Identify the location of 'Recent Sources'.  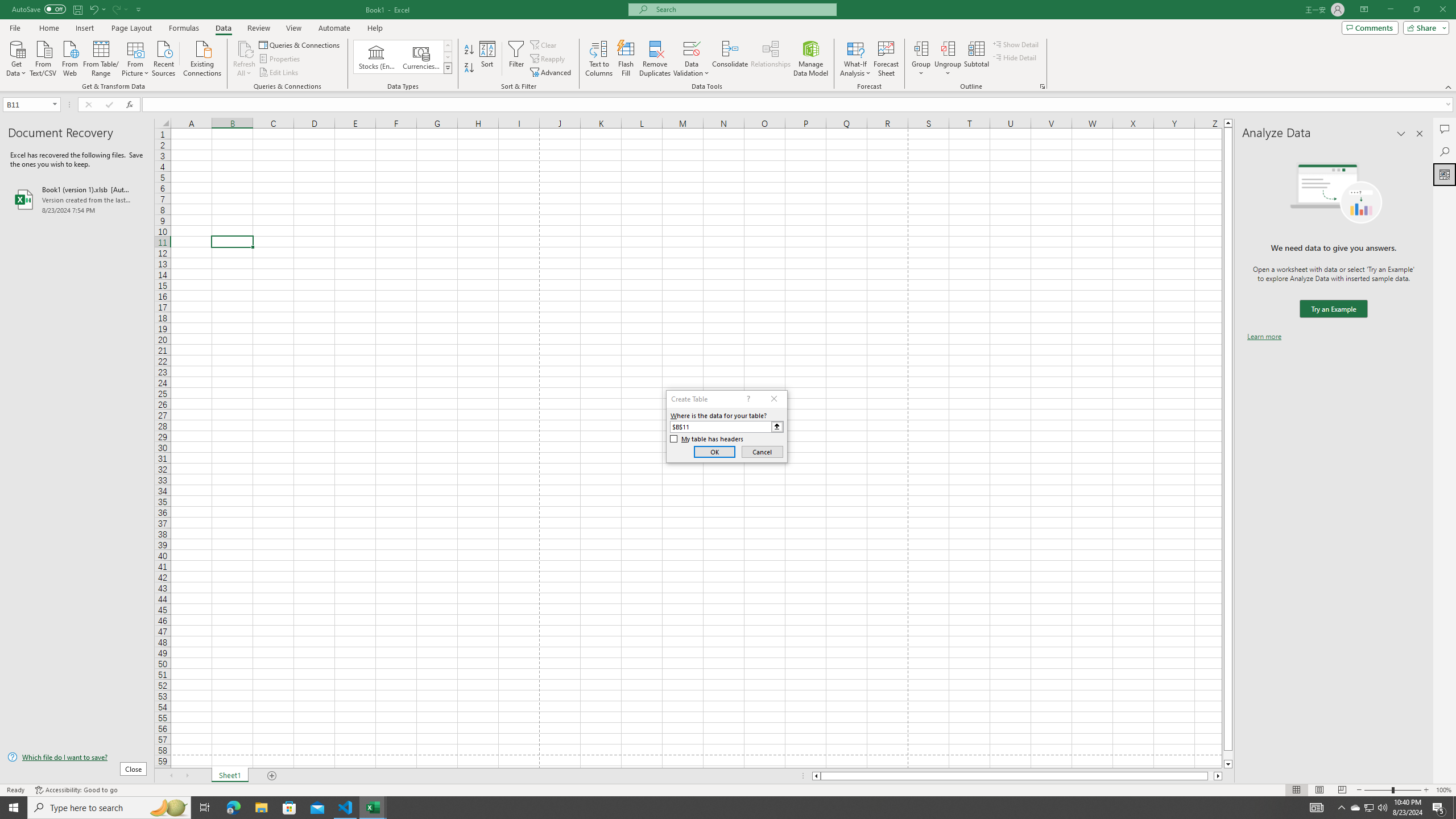
(164, 57).